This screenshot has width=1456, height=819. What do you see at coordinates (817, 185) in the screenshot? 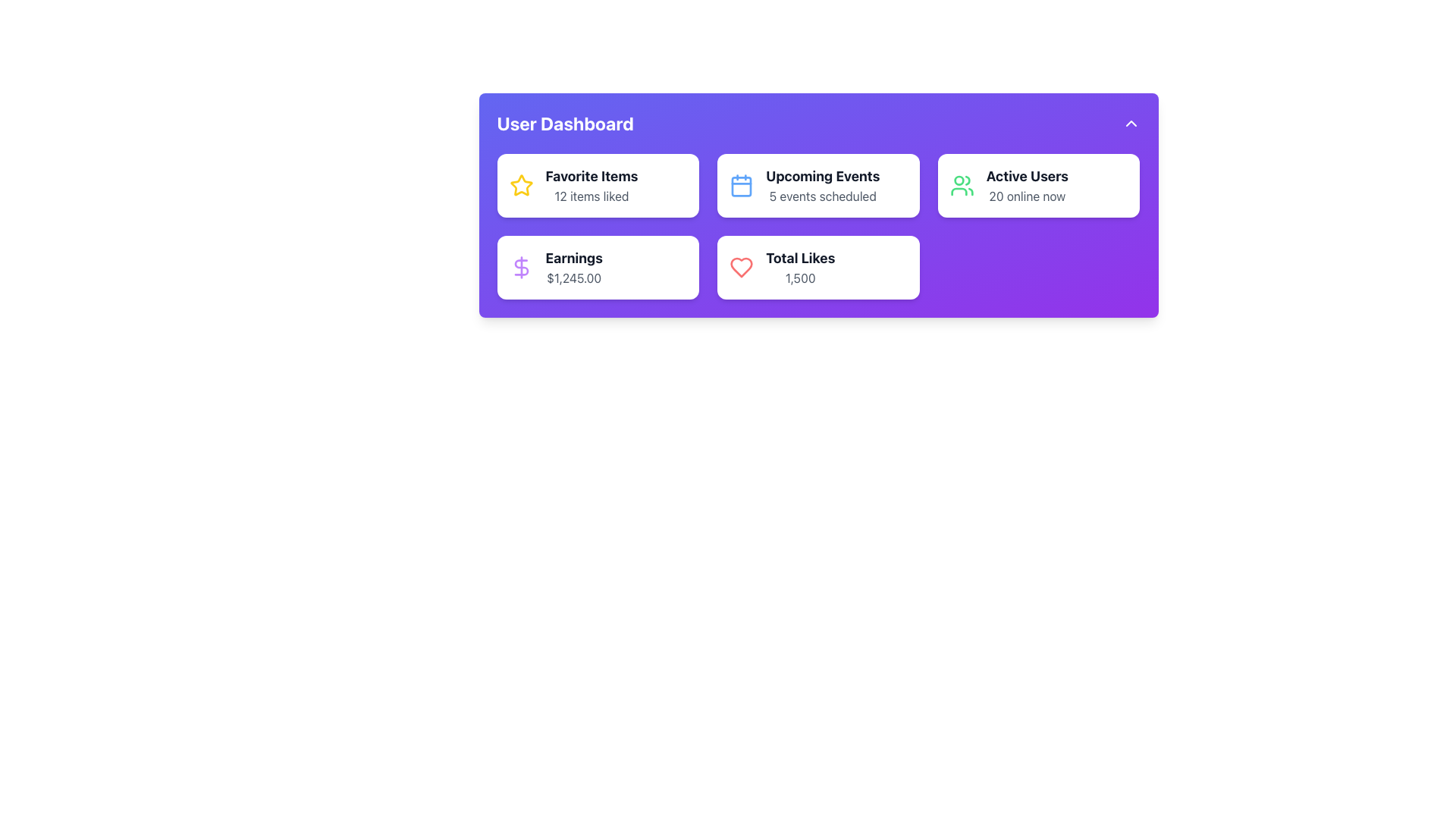
I see `the Information card that displays details about upcoming events, located in the second column of the first row in a 2x3 grid between 'Favorite Items' and 'Active Users'` at bounding box center [817, 185].